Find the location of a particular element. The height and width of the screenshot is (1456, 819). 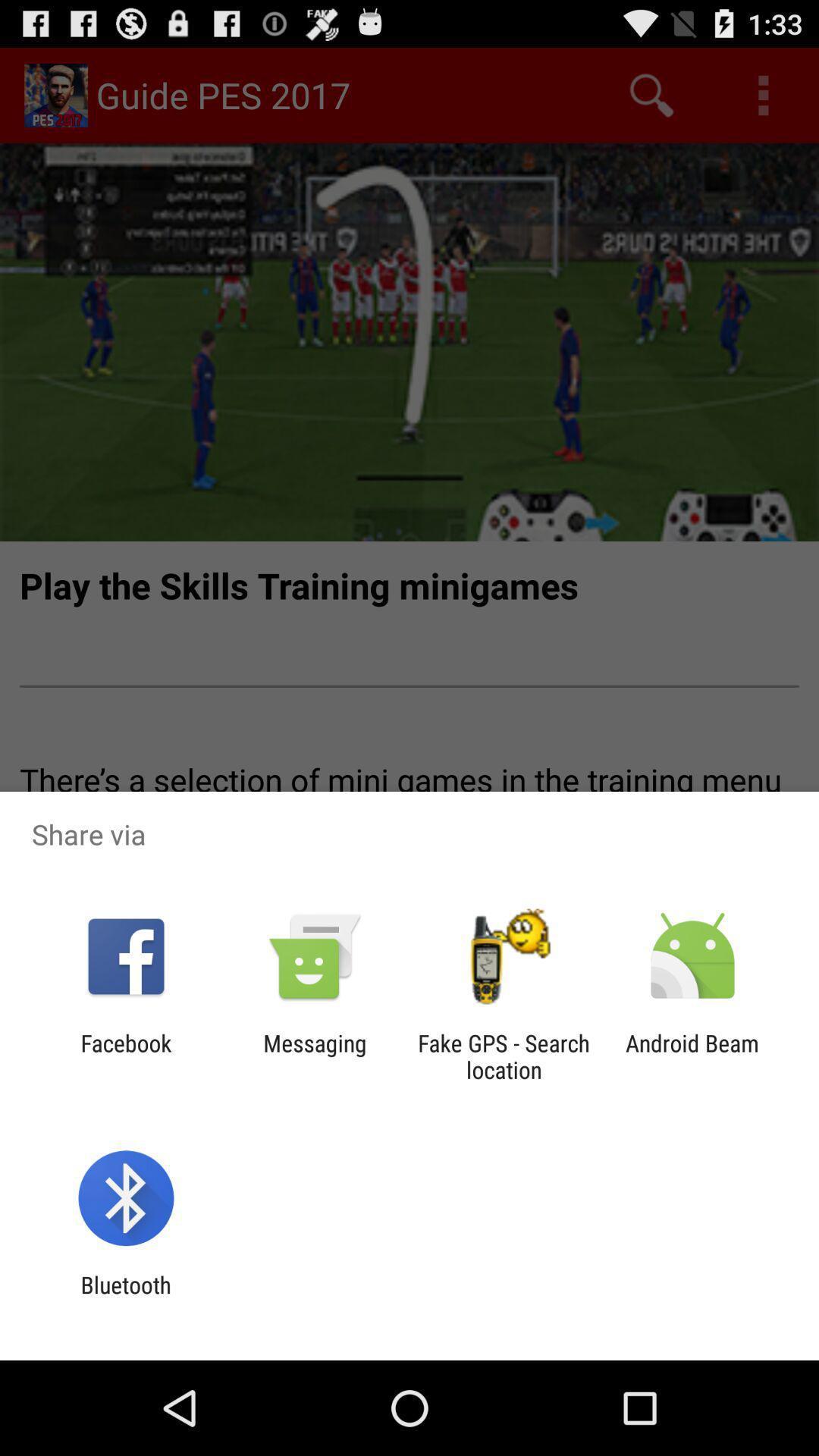

the facebook app is located at coordinates (125, 1056).